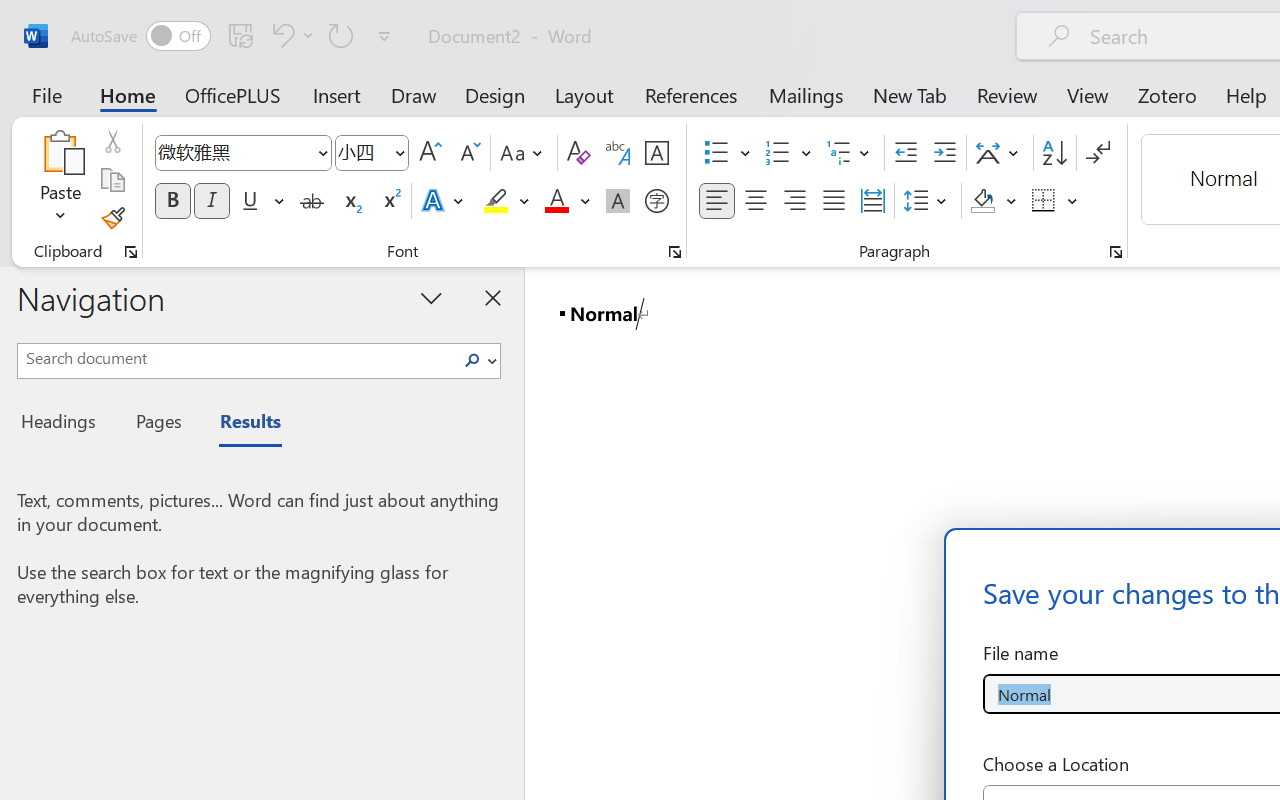 This screenshot has width=1280, height=800. What do you see at coordinates (372, 153) in the screenshot?
I see `'Font Size'` at bounding box center [372, 153].